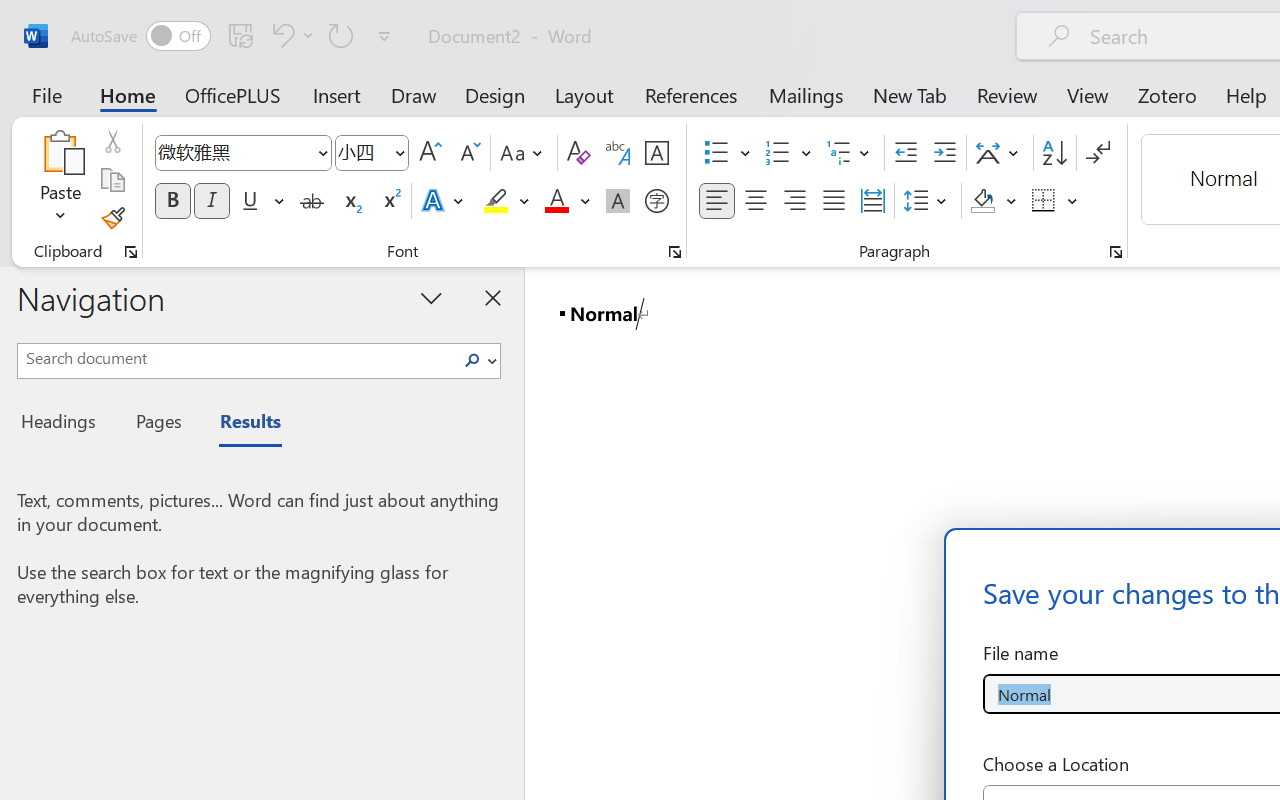 This screenshot has width=1280, height=800. What do you see at coordinates (372, 153) in the screenshot?
I see `'Font Size'` at bounding box center [372, 153].